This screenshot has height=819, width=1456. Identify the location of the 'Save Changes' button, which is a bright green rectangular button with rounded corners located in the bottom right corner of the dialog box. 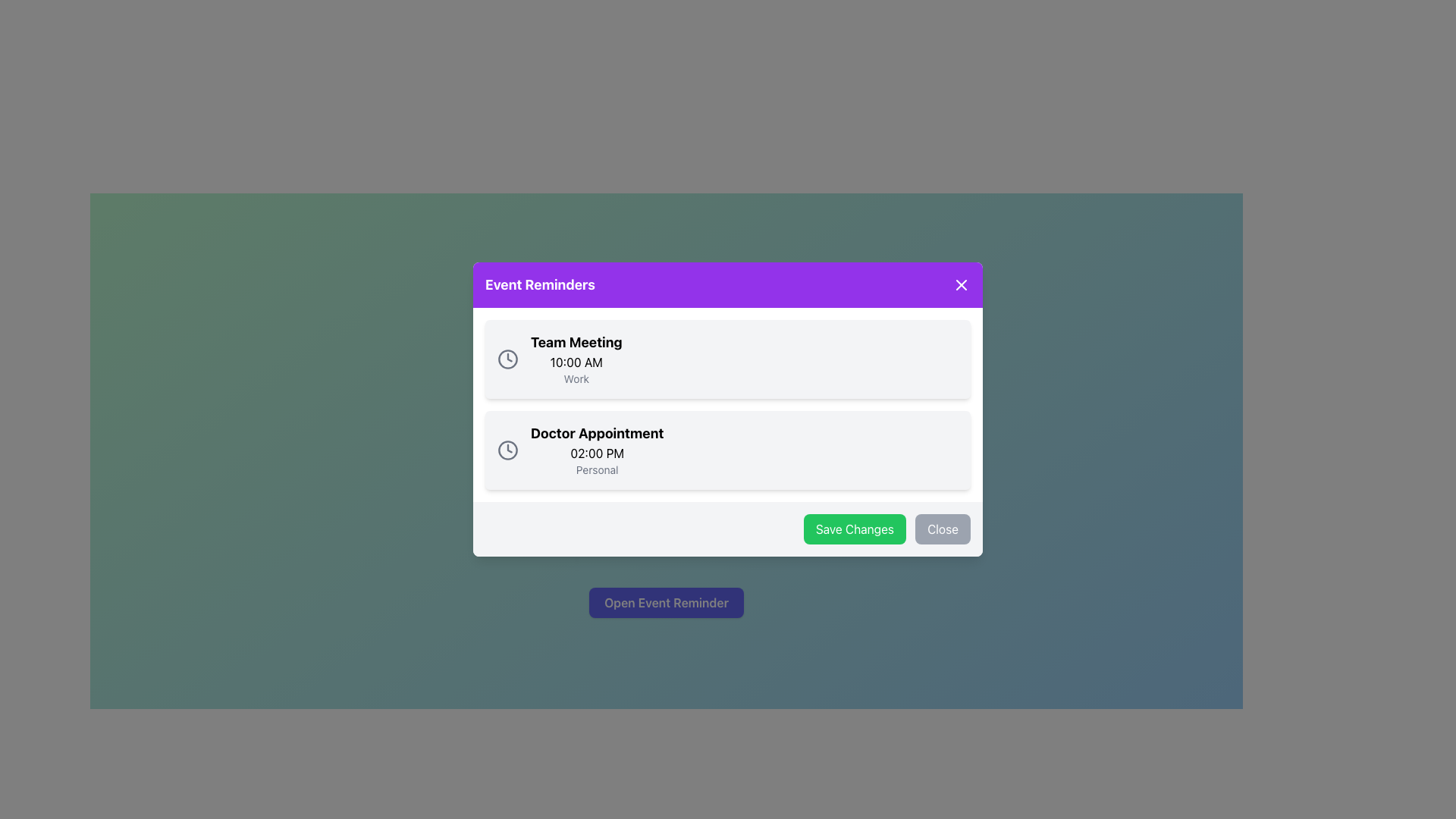
(855, 529).